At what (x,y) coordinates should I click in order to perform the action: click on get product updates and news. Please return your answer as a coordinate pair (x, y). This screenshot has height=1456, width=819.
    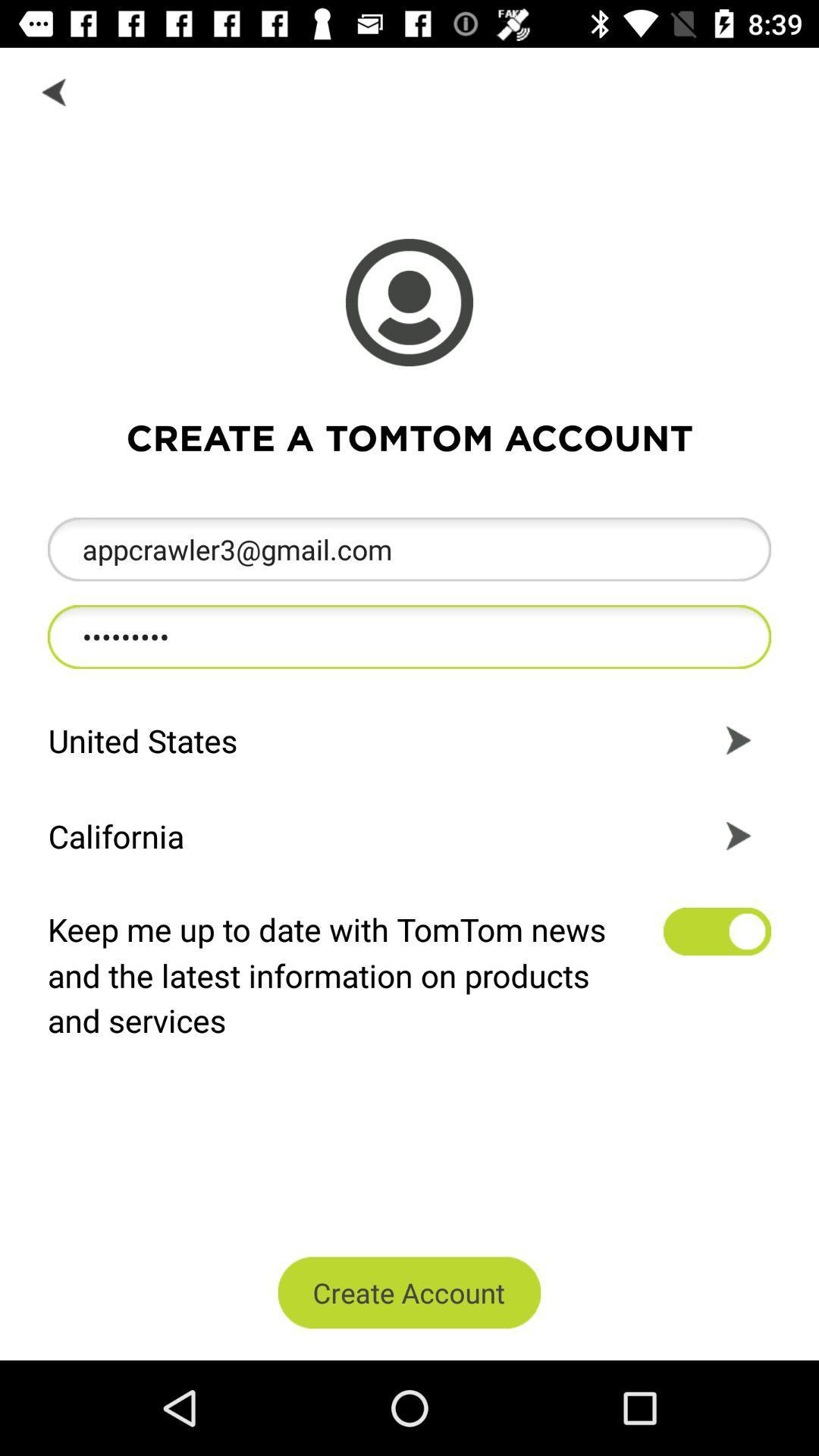
    Looking at the image, I should click on (717, 930).